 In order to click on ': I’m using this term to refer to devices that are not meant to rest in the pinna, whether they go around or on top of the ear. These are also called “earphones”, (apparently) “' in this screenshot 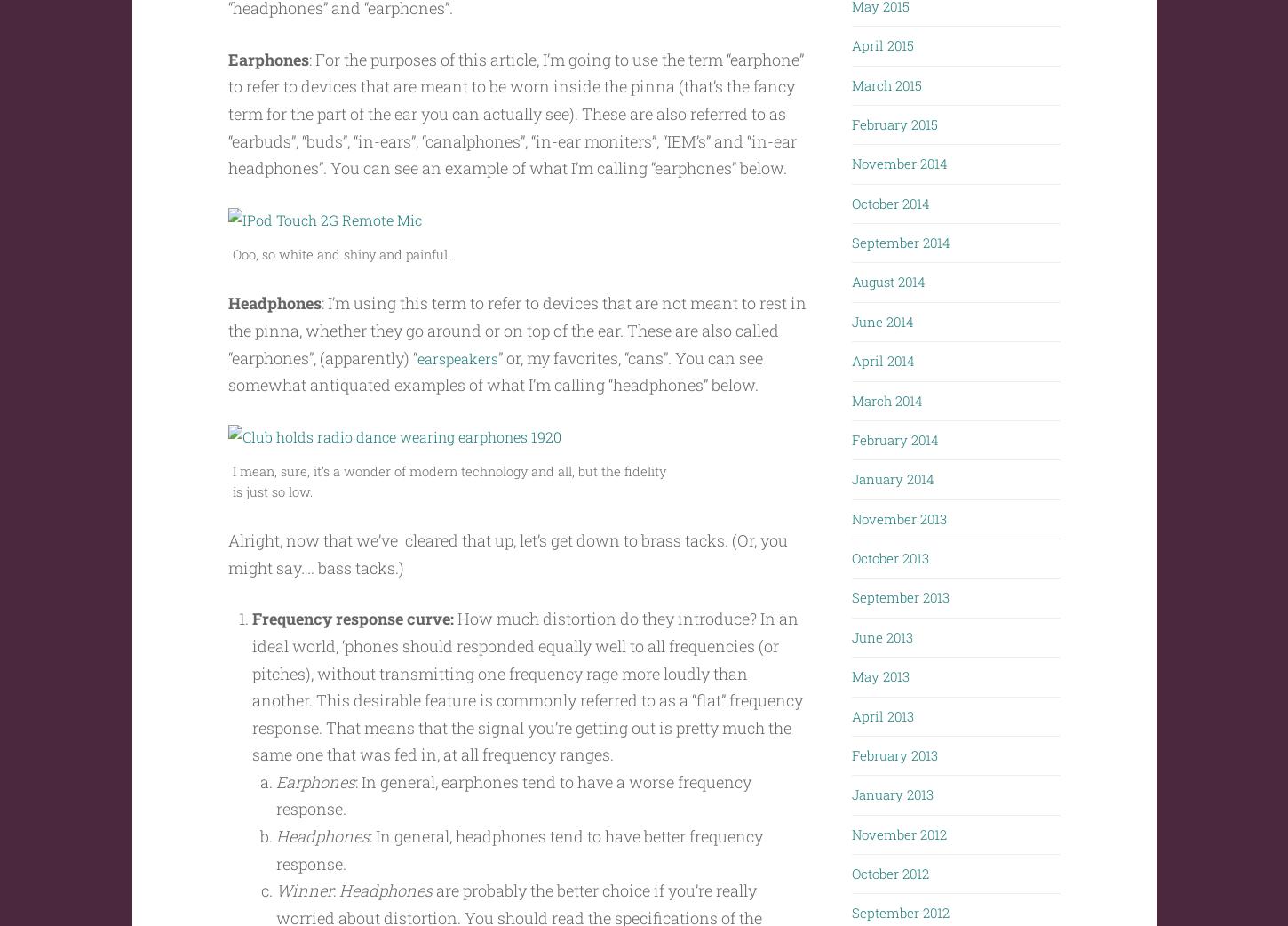, I will do `click(516, 363)`.